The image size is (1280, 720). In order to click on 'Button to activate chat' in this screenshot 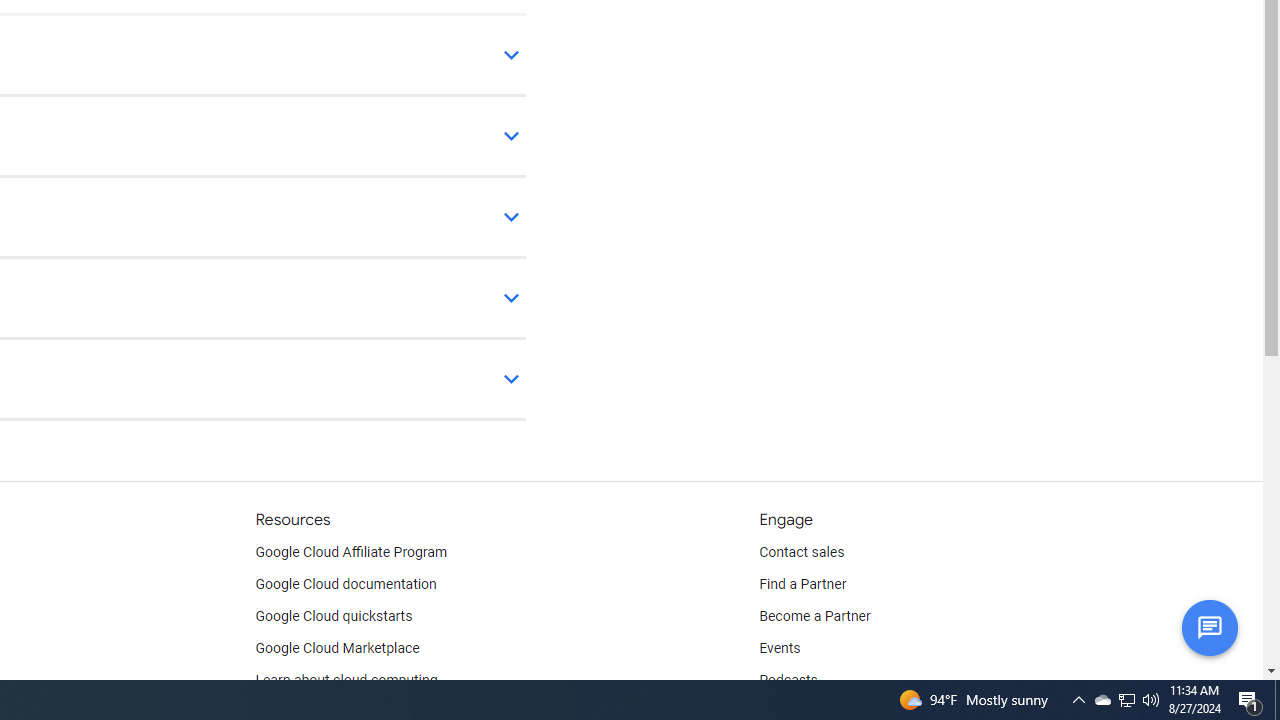, I will do `click(1208, 626)`.